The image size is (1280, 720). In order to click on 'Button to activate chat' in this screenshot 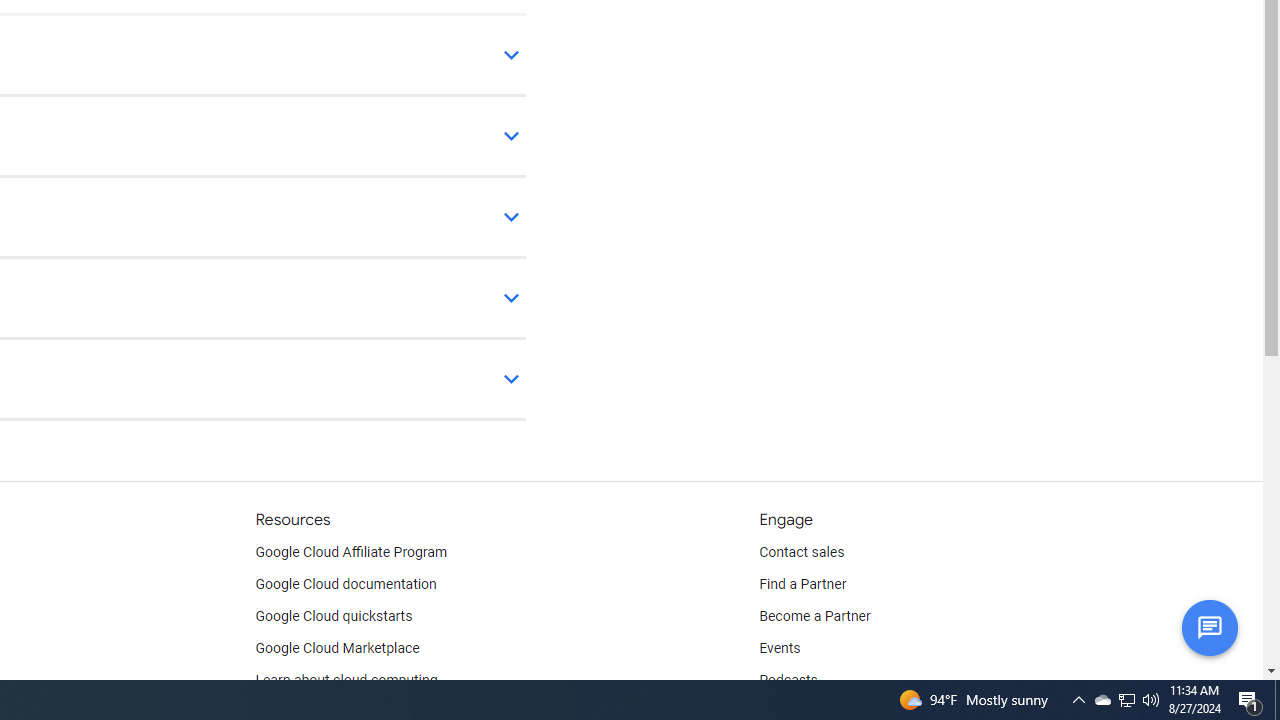, I will do `click(1208, 626)`.